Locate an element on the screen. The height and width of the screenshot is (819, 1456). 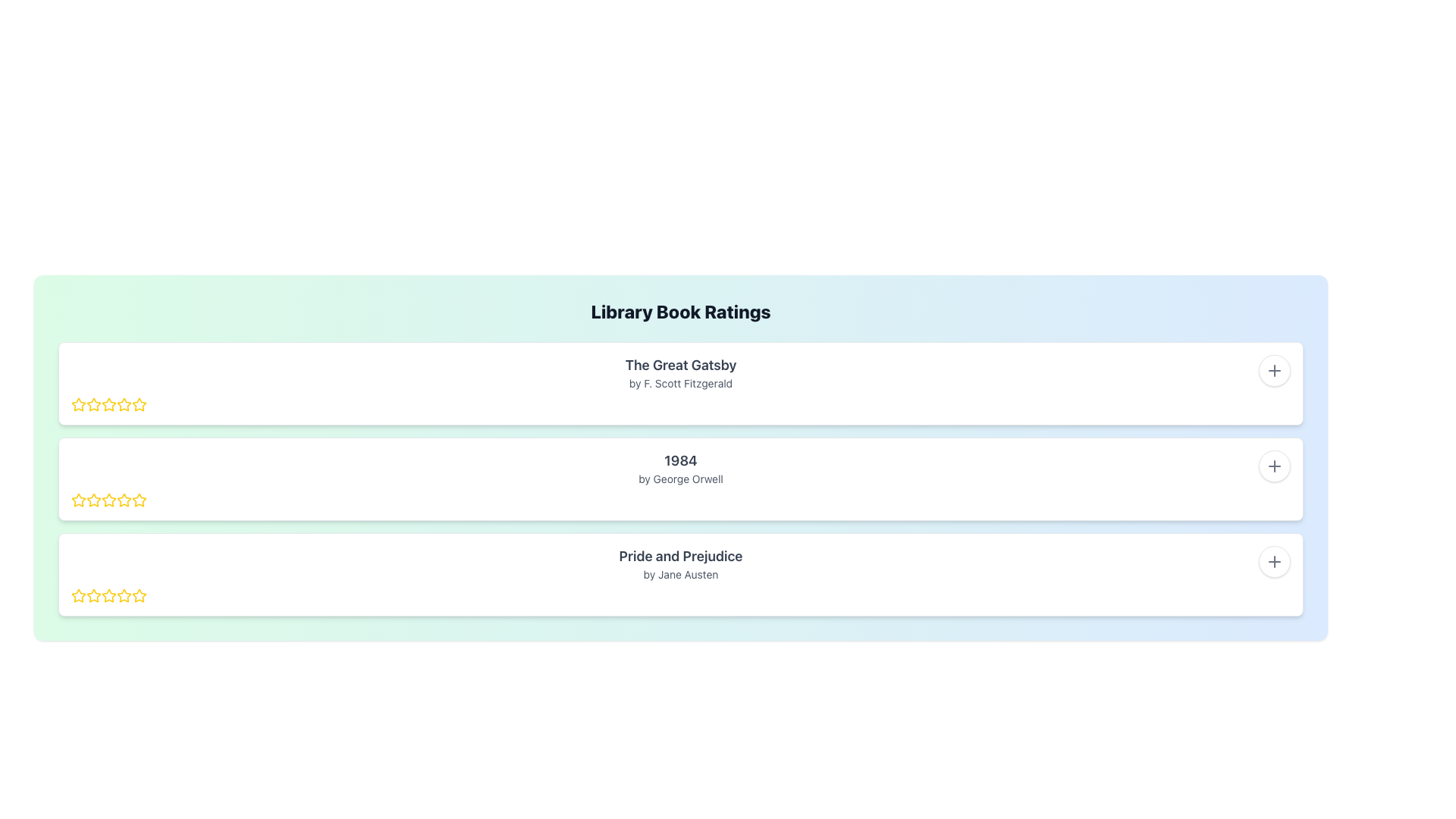
the second star icon in the horizontal rating bar of the '1984' section in the Library Book Ratings interface to rate it is located at coordinates (124, 500).